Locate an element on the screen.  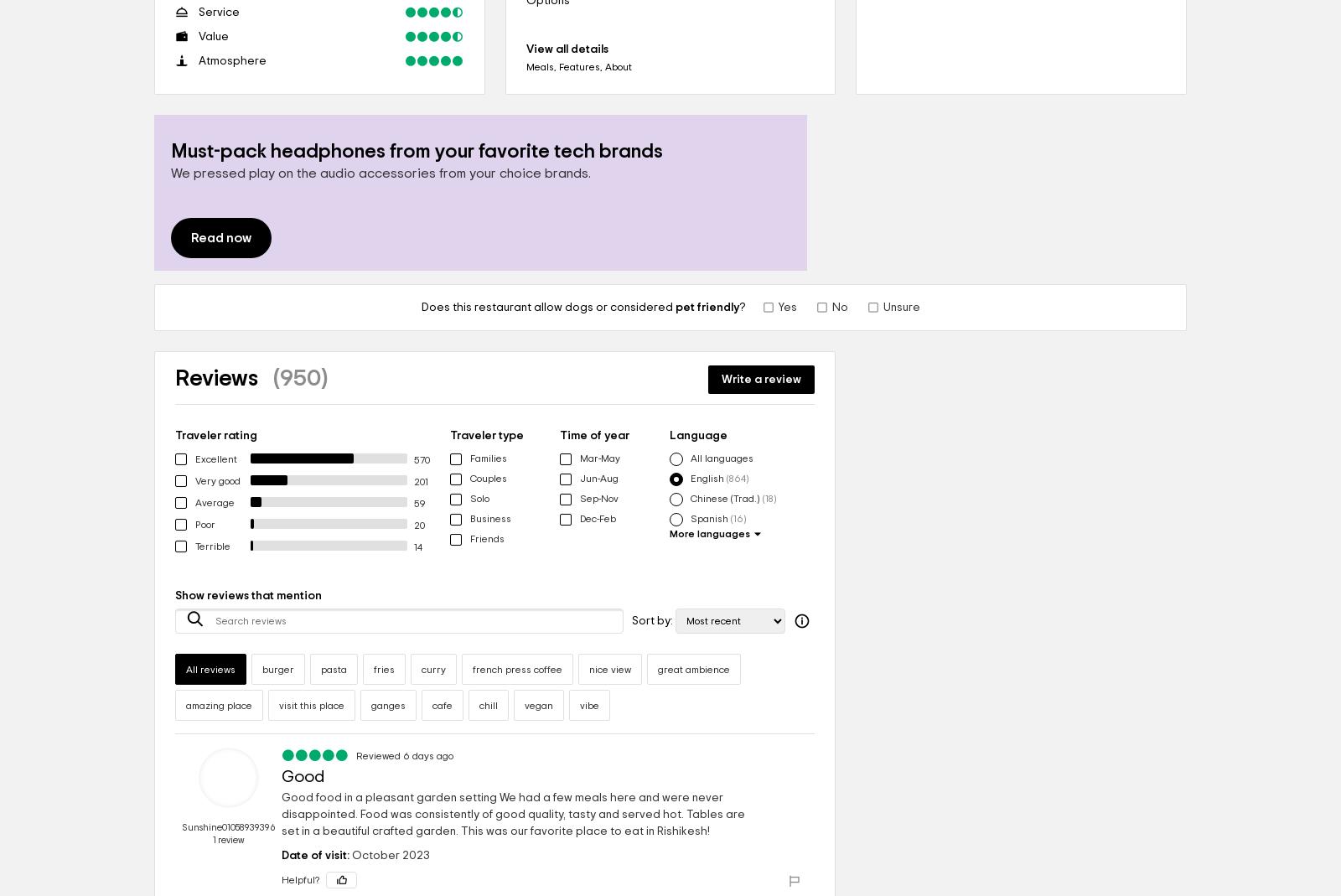
'More languages' is located at coordinates (709, 534).